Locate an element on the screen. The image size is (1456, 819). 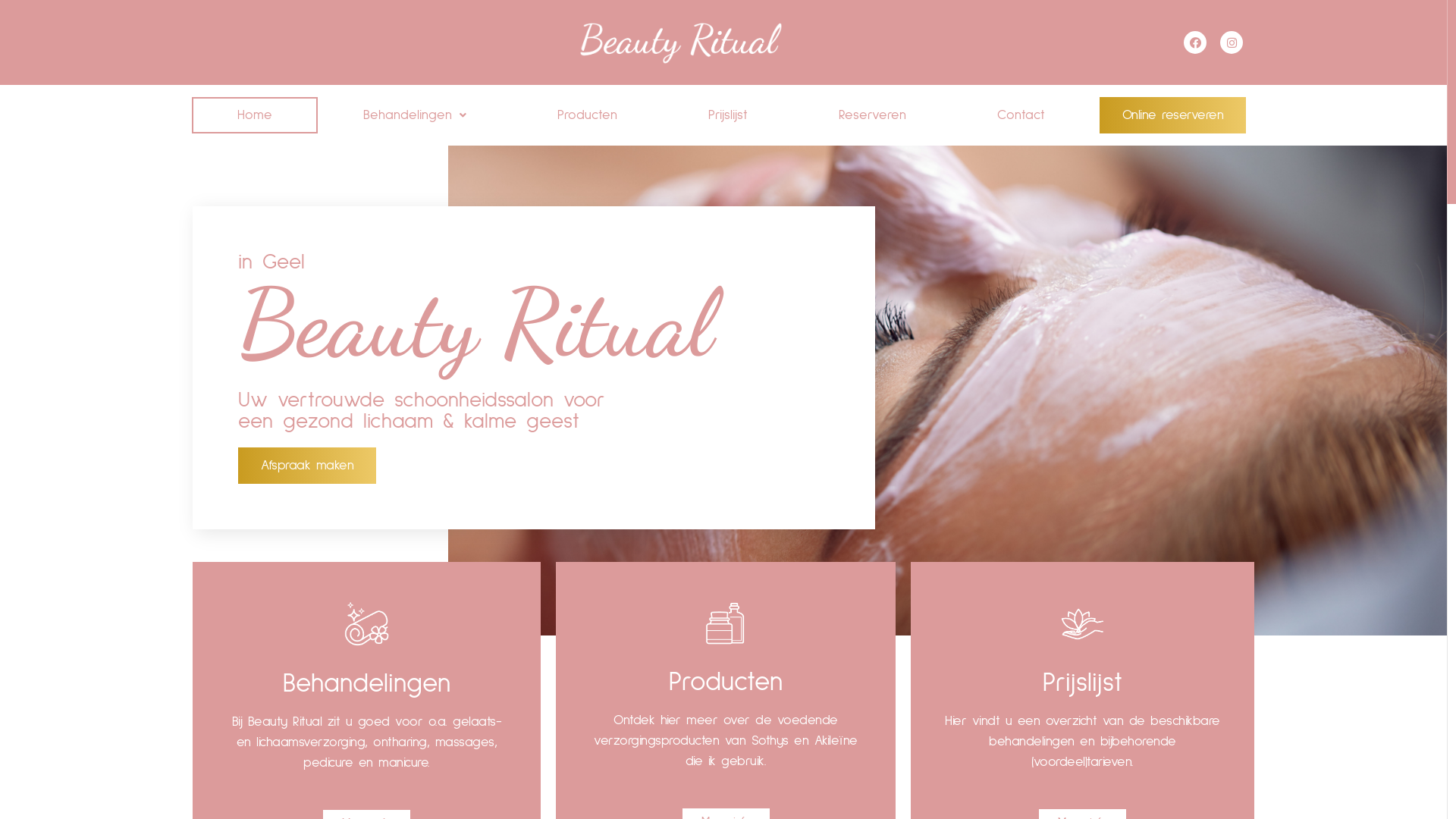
'Home' is located at coordinates (255, 114).